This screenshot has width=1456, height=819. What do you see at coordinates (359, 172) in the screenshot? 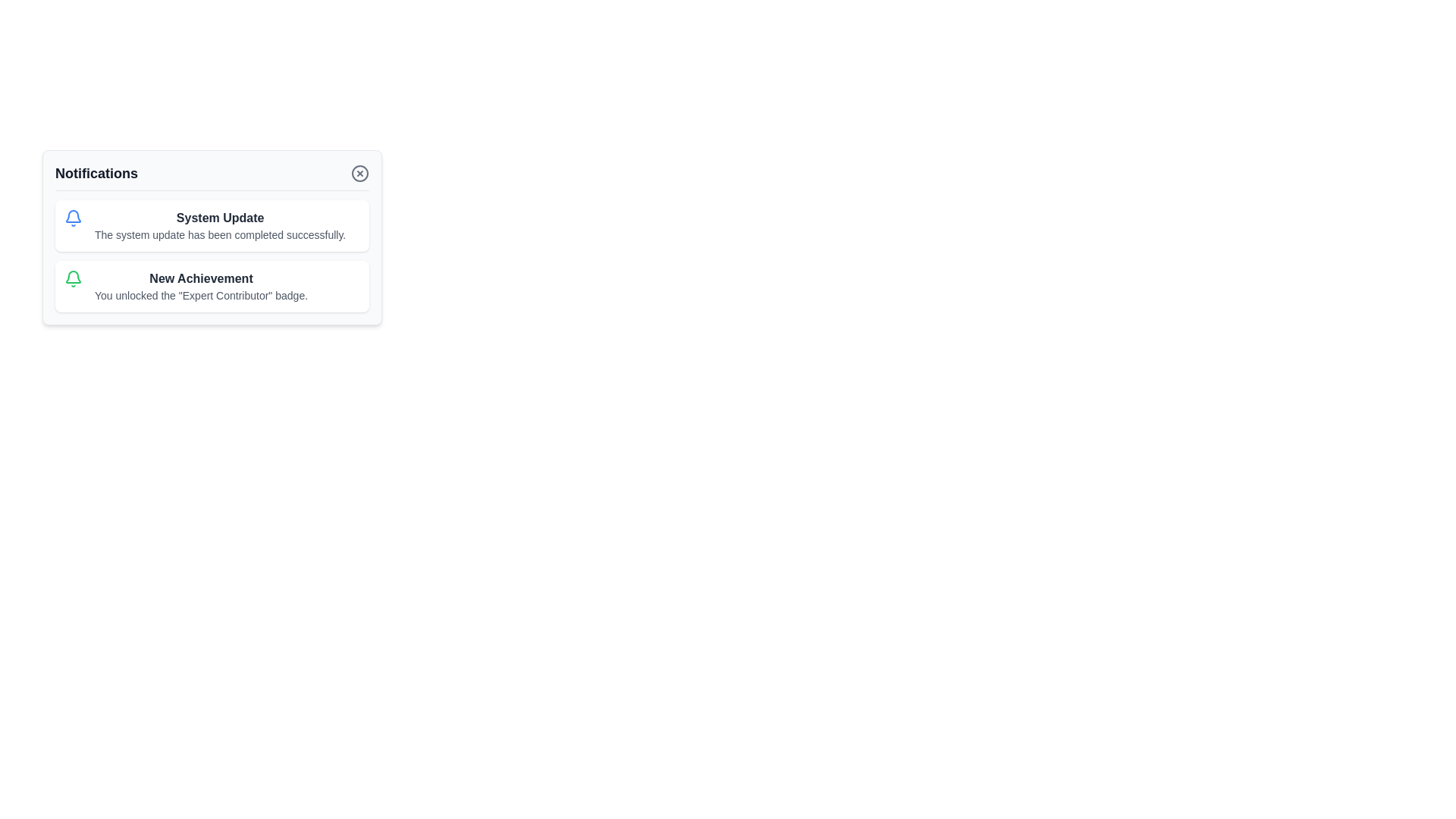
I see `the circular shape of the SVG icon located at the top-right corner of the notification panel, which is slightly above the notification's title text and right of the notification content` at bounding box center [359, 172].